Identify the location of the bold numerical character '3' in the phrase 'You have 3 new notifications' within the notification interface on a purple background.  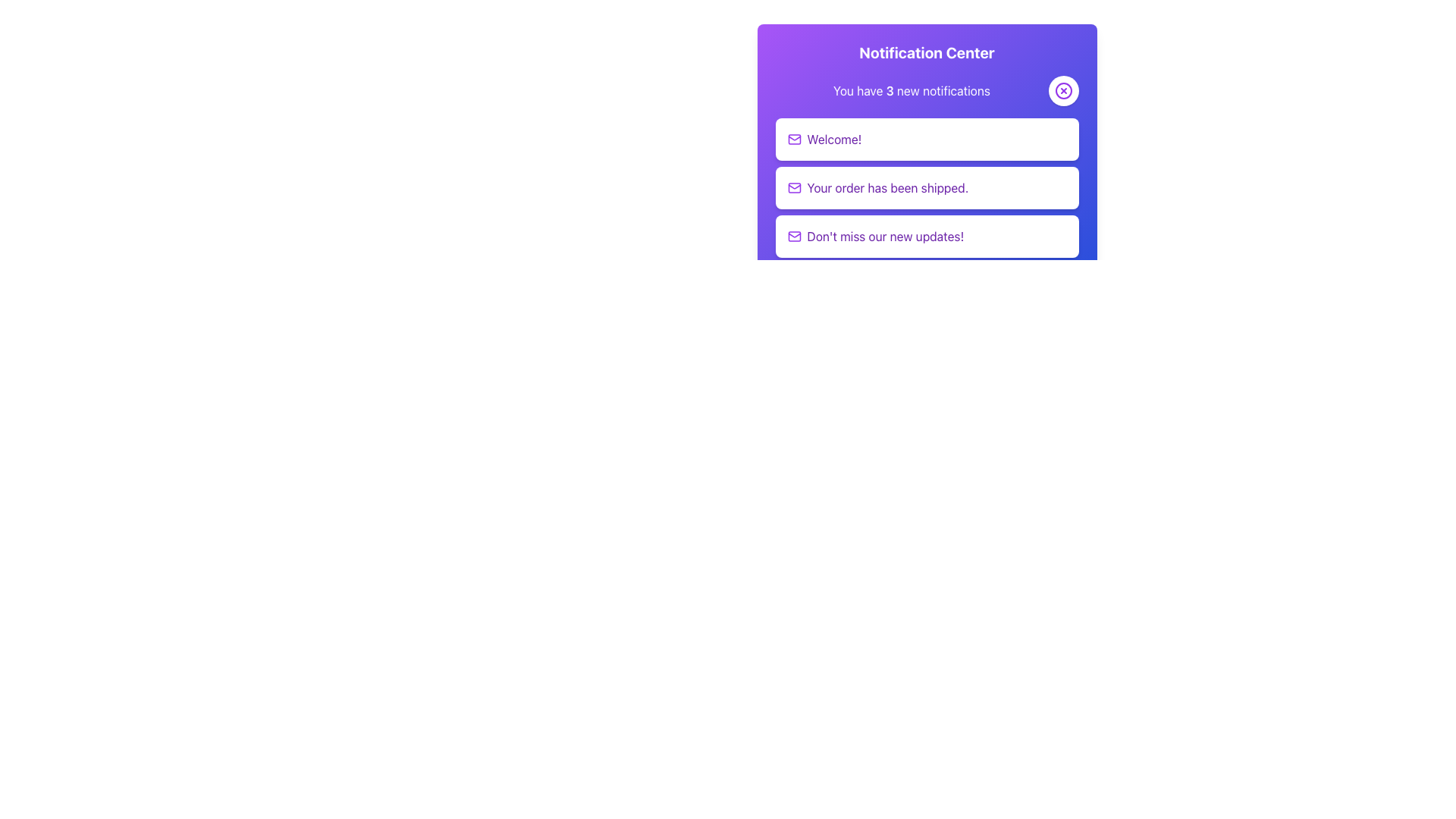
(890, 90).